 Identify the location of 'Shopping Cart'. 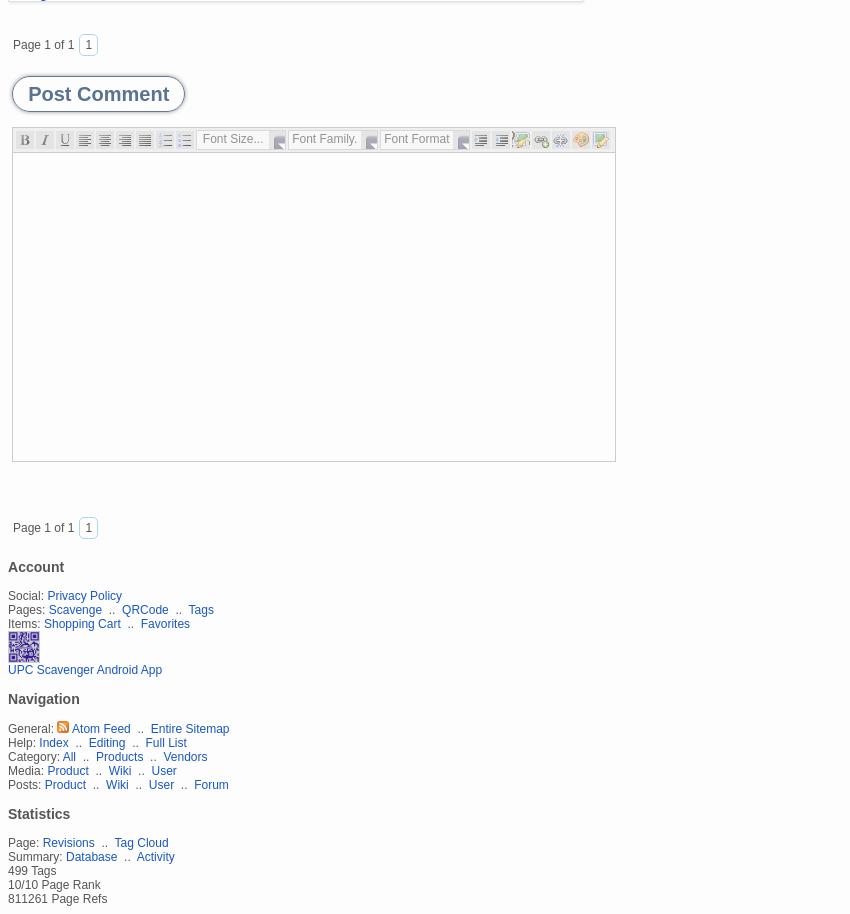
(82, 621).